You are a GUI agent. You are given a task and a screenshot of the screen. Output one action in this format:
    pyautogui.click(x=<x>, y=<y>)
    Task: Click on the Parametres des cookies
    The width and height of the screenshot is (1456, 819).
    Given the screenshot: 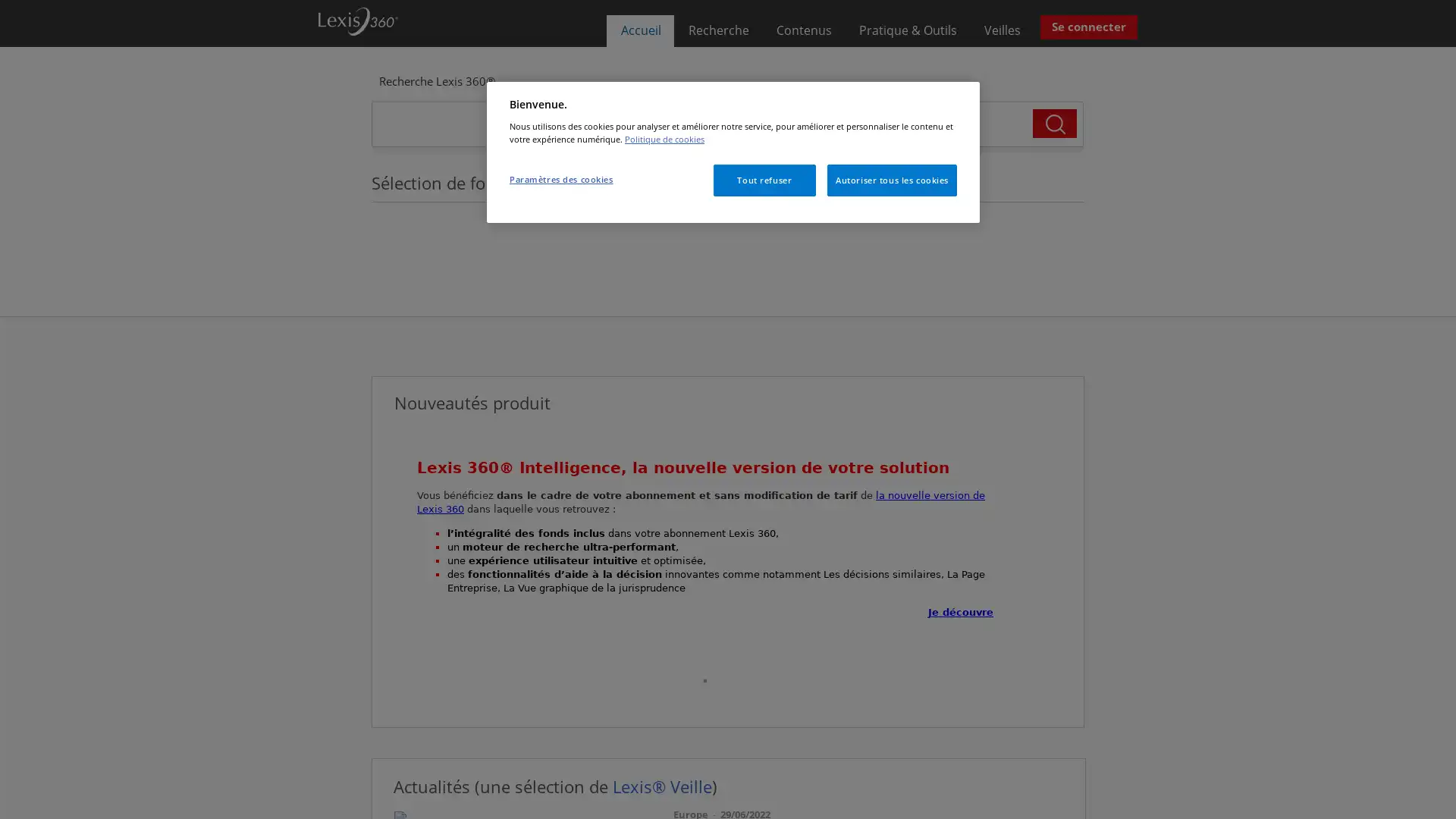 What is the action you would take?
    pyautogui.click(x=560, y=177)
    